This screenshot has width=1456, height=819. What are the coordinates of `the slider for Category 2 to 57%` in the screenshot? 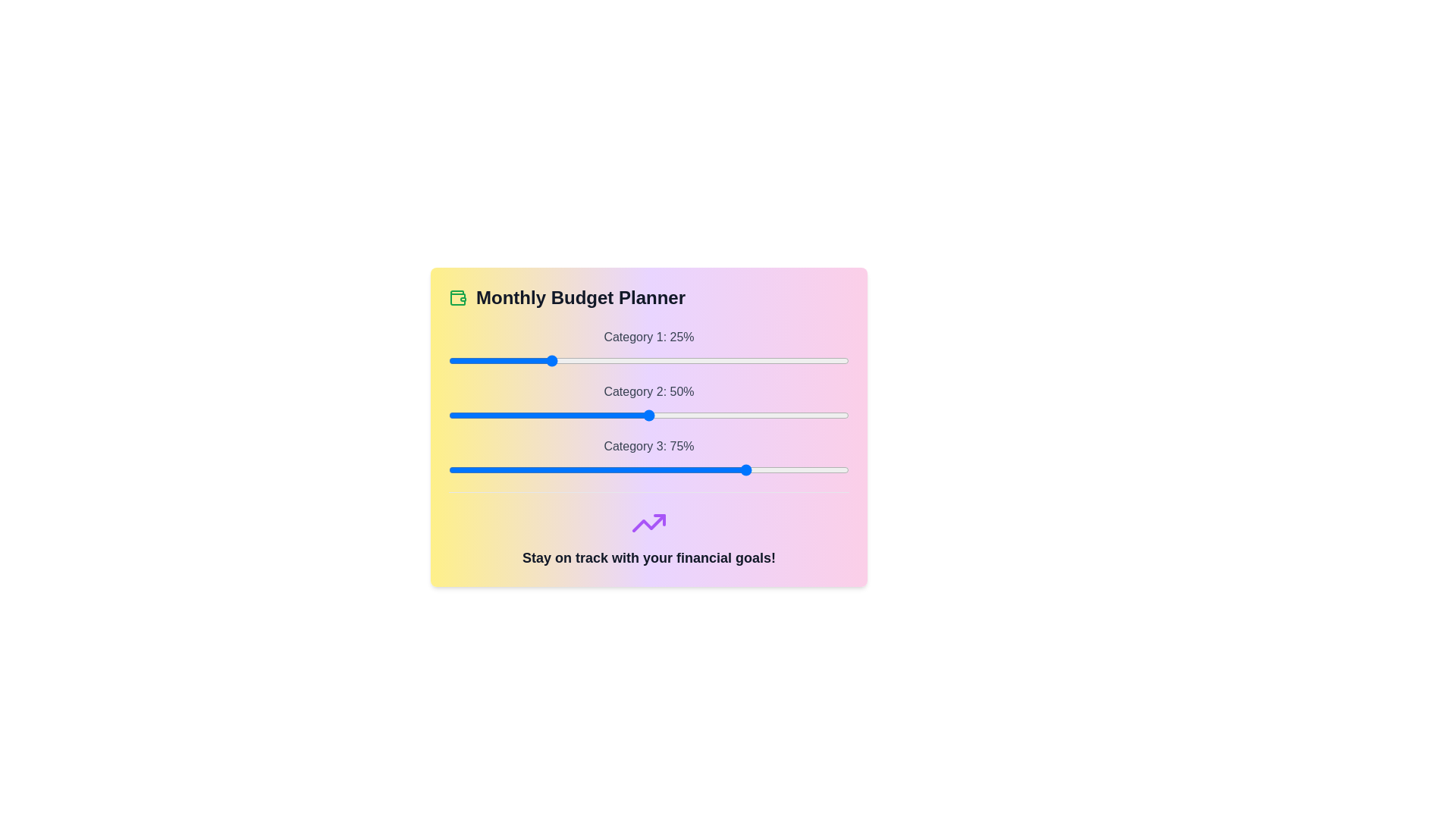 It's located at (676, 415).